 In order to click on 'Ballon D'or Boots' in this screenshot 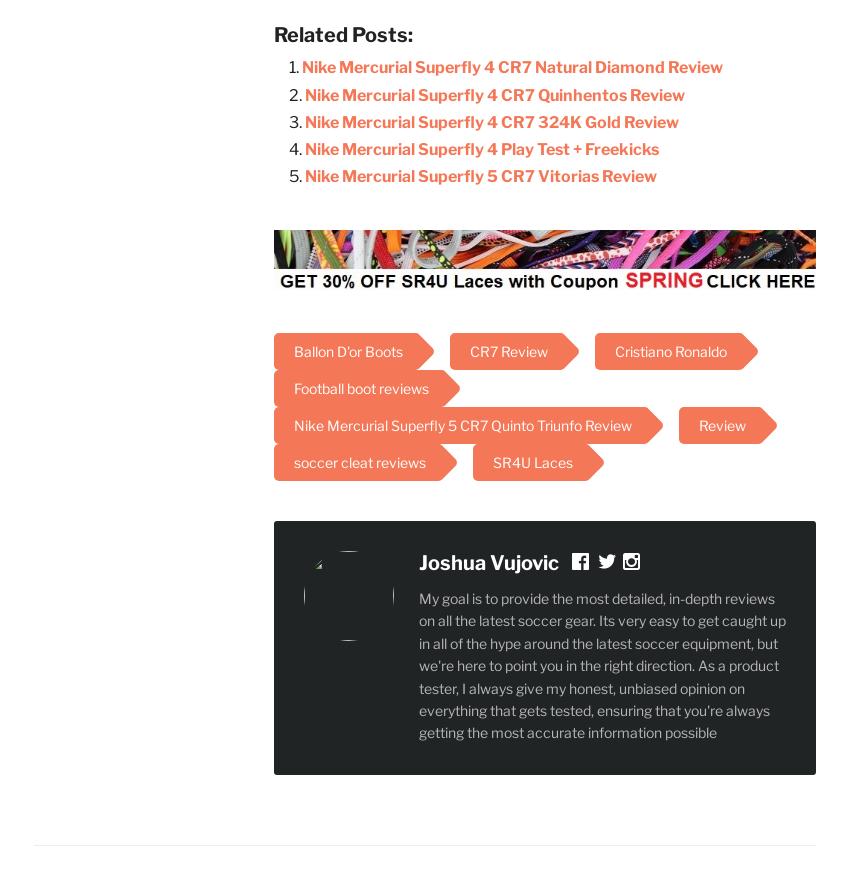, I will do `click(347, 351)`.